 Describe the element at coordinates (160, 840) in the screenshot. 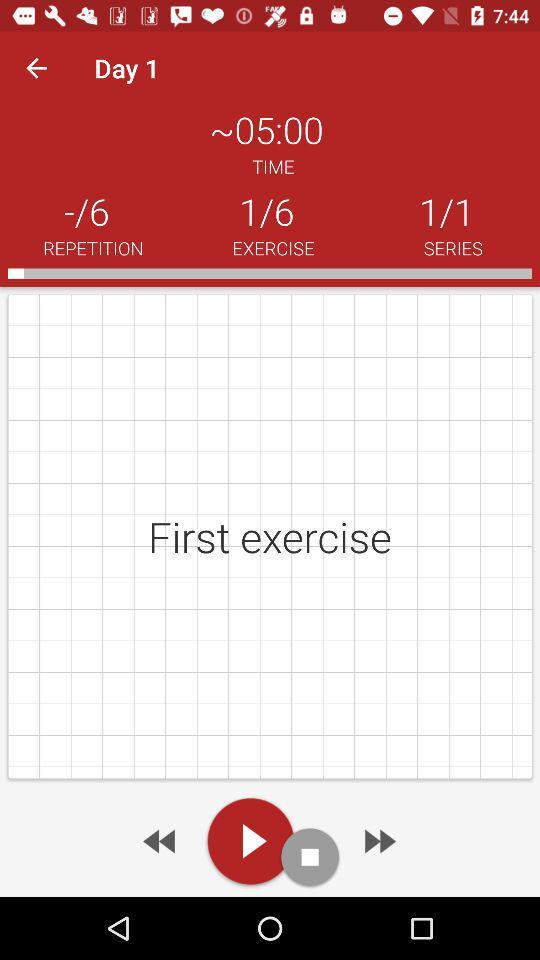

I see `previous` at that location.